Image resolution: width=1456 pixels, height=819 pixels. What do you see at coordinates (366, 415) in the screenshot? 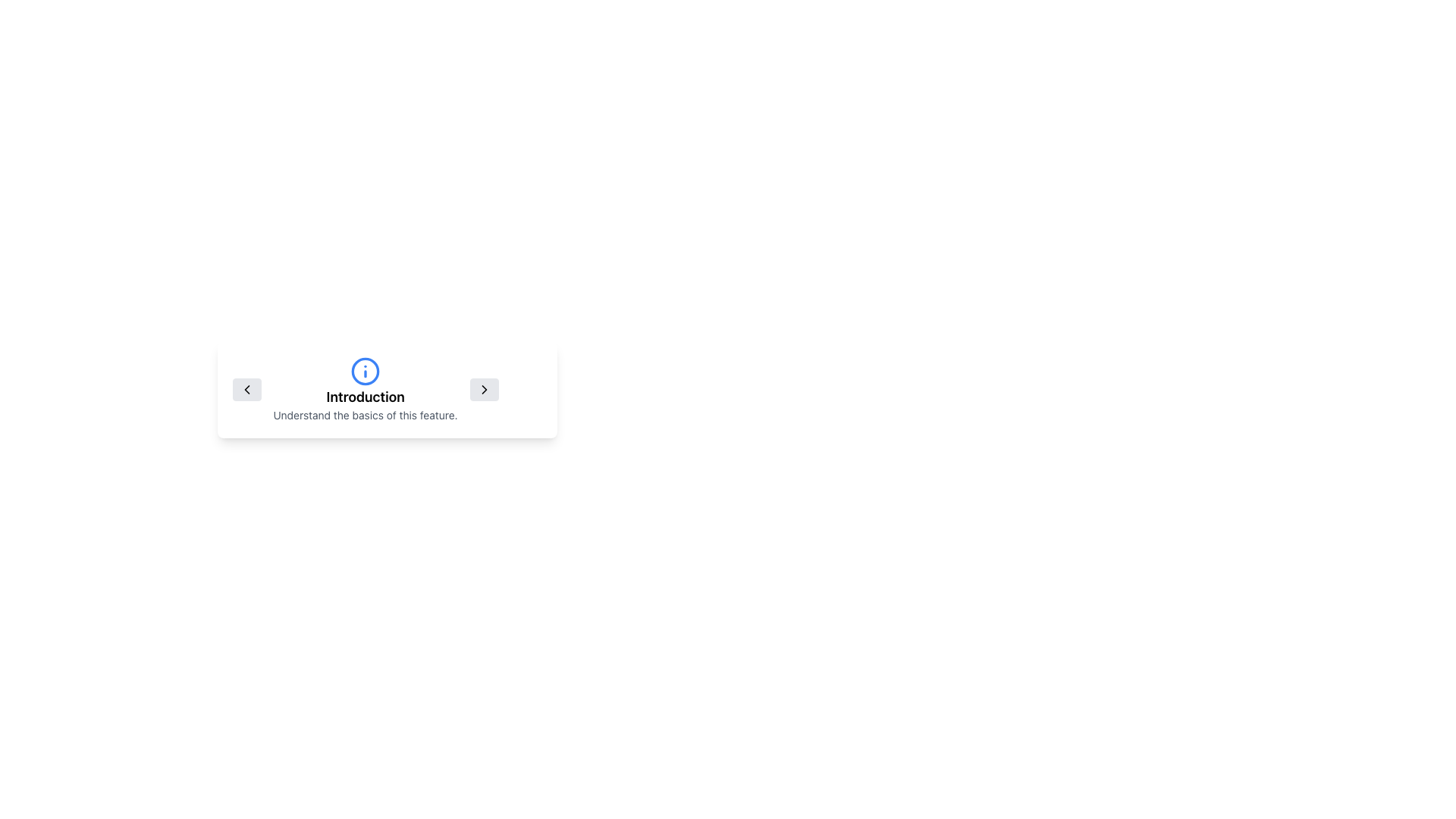
I see `the static text label that reads 'Understand the basics of this feature.', which is located beneath the title 'Introduction' and centered within the informational section` at bounding box center [366, 415].